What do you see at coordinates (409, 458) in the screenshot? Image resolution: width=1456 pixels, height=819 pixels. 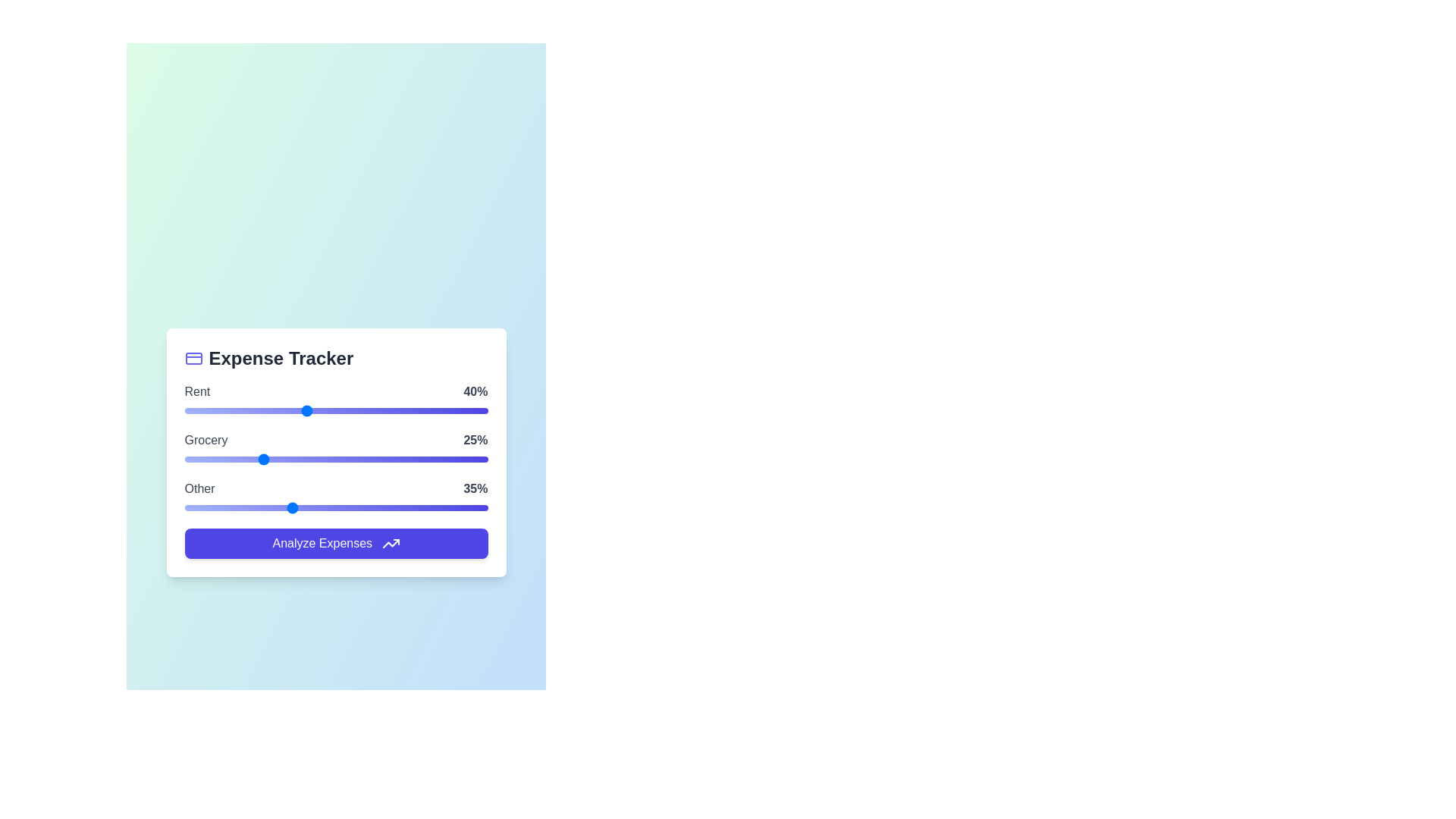 I see `the 'Grocery' slider to 74%` at bounding box center [409, 458].